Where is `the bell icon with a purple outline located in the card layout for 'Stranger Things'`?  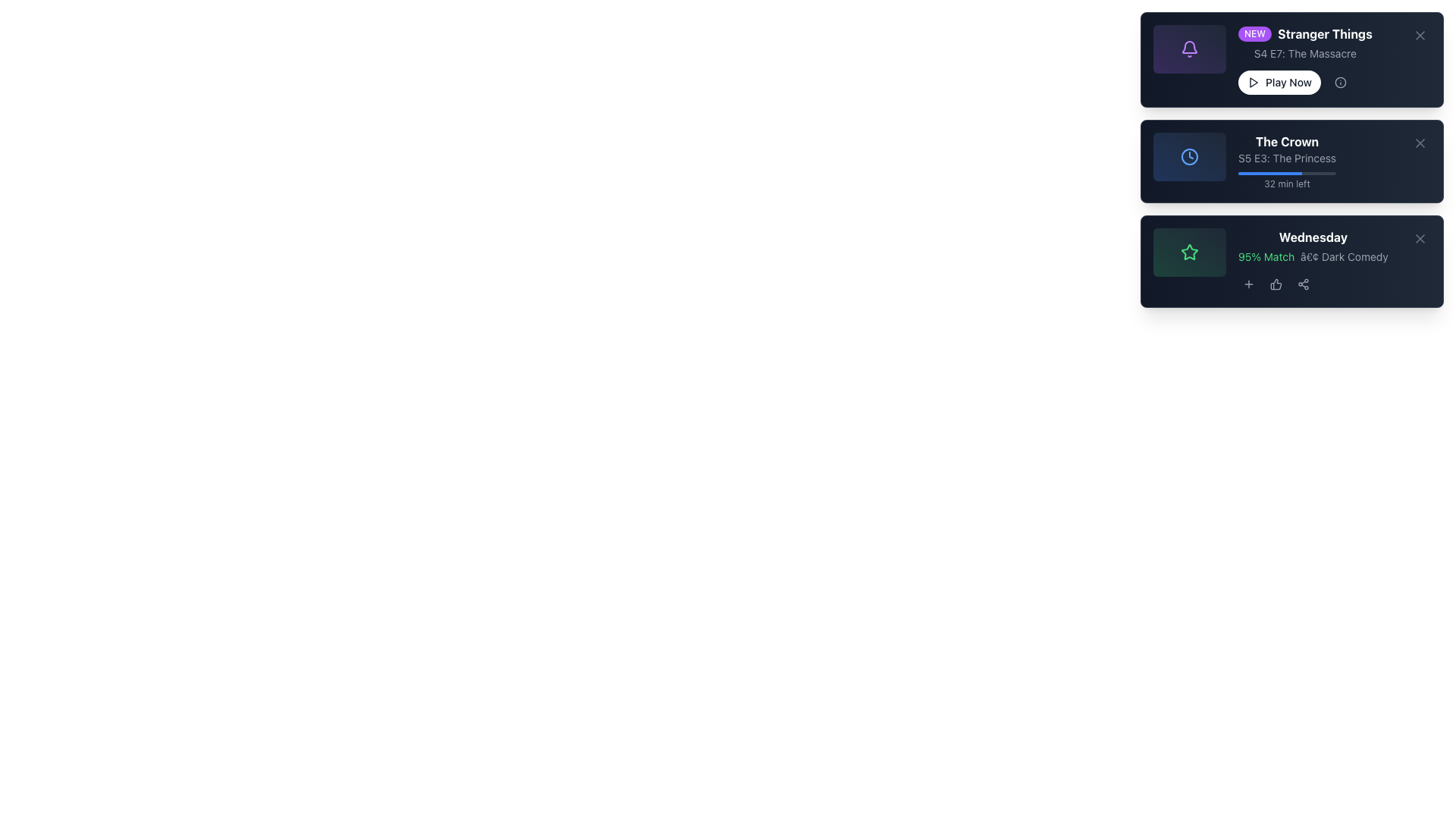
the bell icon with a purple outline located in the card layout for 'Stranger Things' is located at coordinates (1189, 49).